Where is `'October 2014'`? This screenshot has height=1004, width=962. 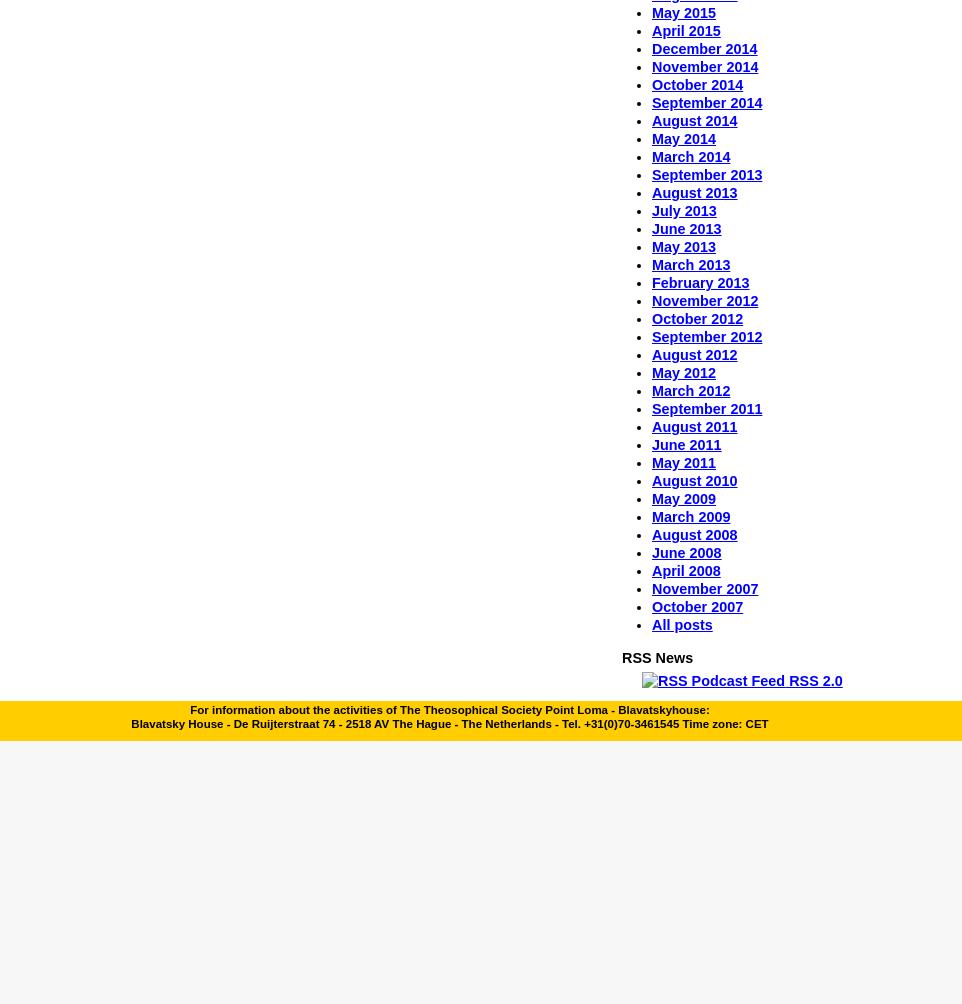
'October 2014' is located at coordinates (696, 85).